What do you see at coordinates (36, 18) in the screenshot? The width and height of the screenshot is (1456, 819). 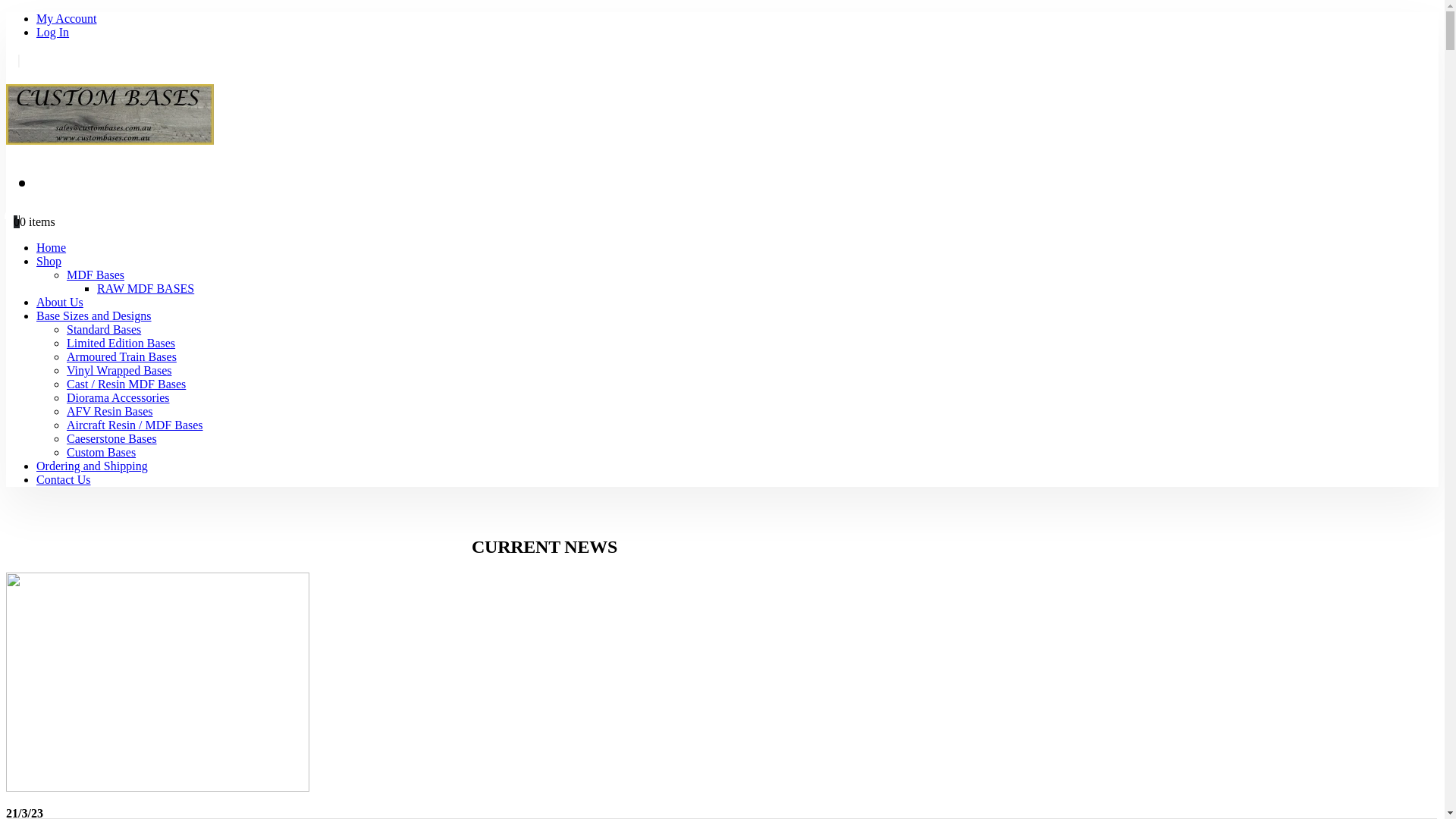 I see `'My Account'` at bounding box center [36, 18].